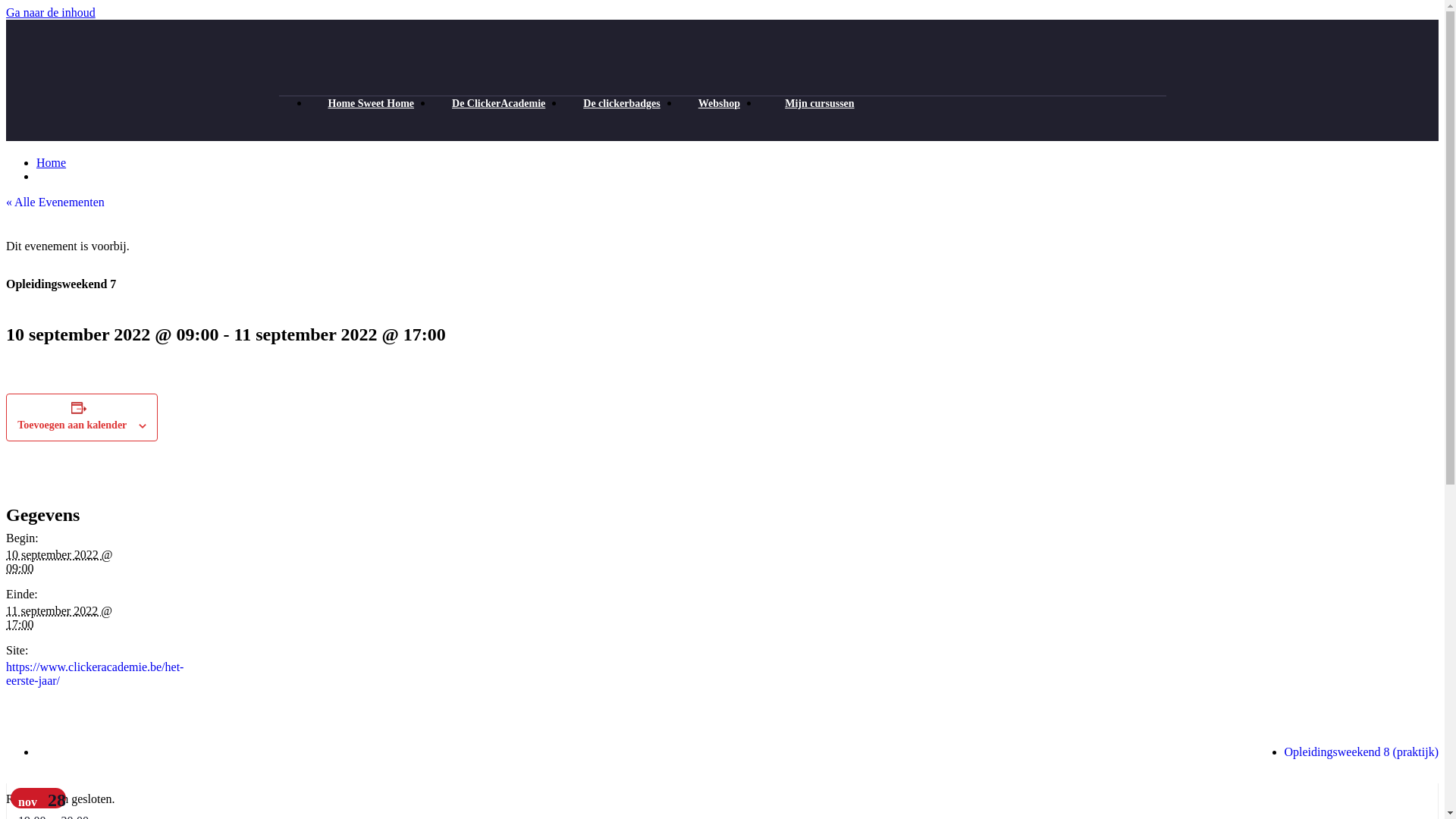  I want to click on 'Home Sweet Home', so click(371, 102).